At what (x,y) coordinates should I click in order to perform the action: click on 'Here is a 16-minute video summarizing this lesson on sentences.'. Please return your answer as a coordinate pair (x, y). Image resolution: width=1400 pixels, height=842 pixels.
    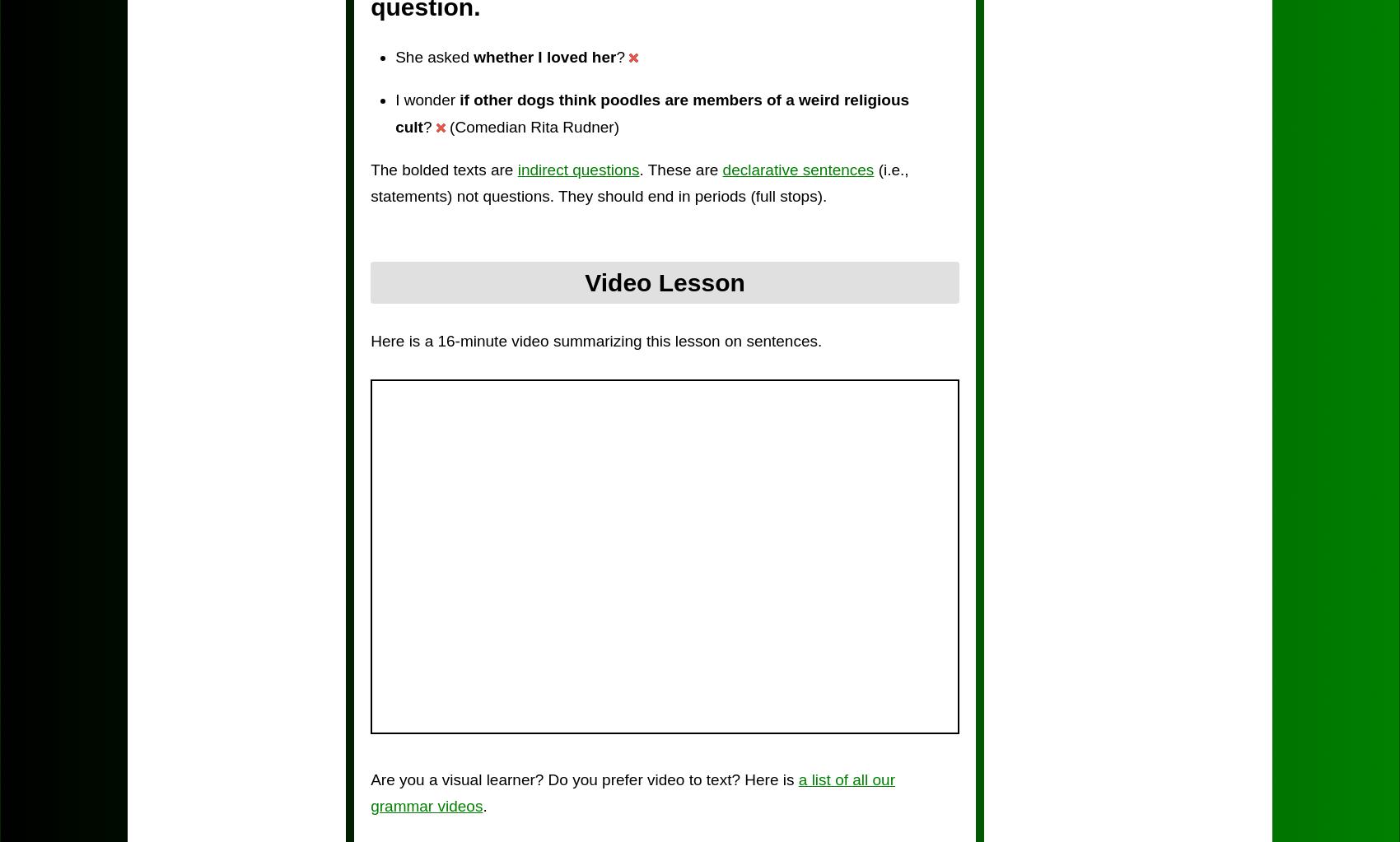
    Looking at the image, I should click on (596, 340).